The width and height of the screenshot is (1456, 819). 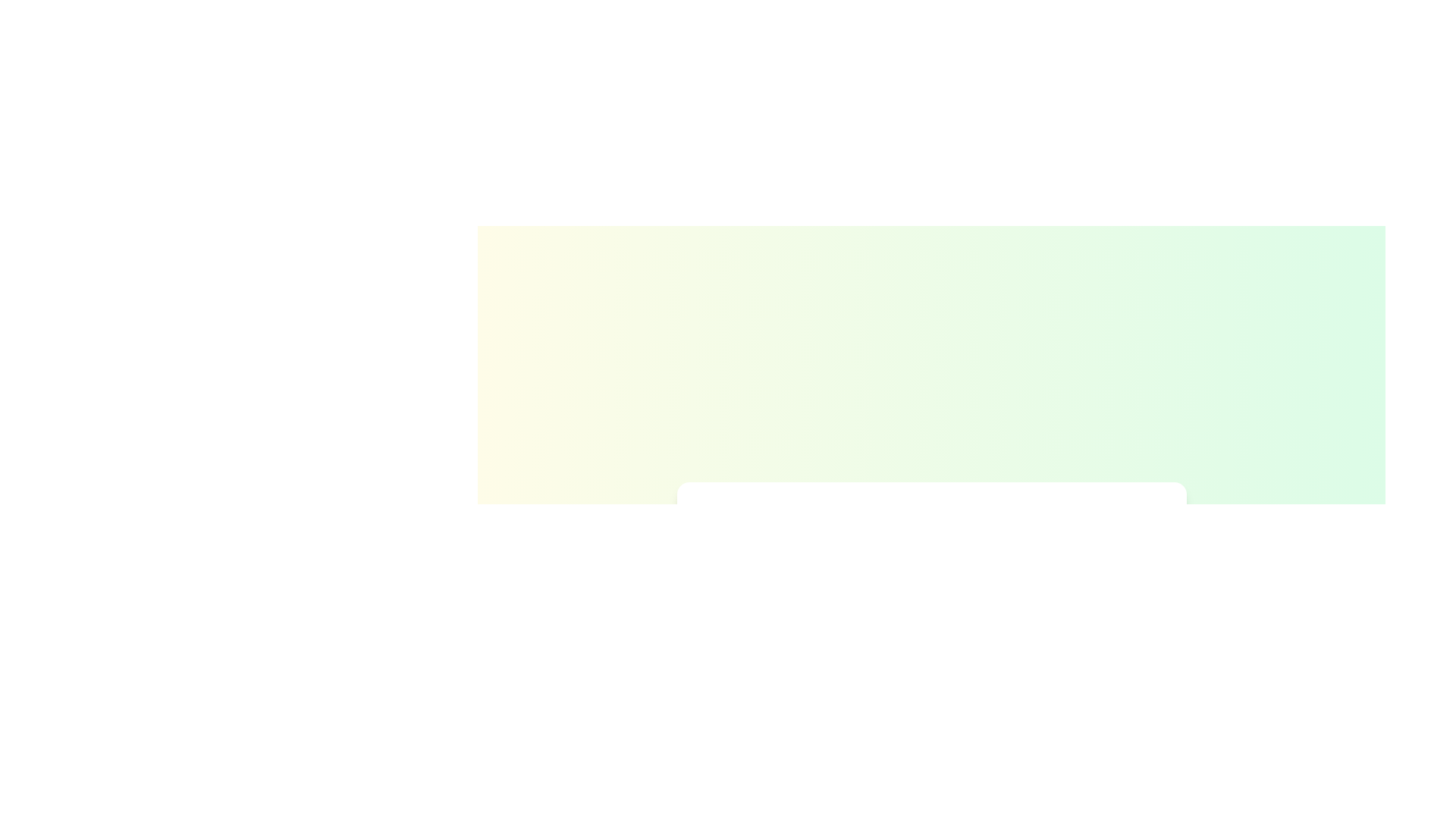 What do you see at coordinates (930, 639) in the screenshot?
I see `the circular slider thumb control located at the midpoint of the slider track` at bounding box center [930, 639].